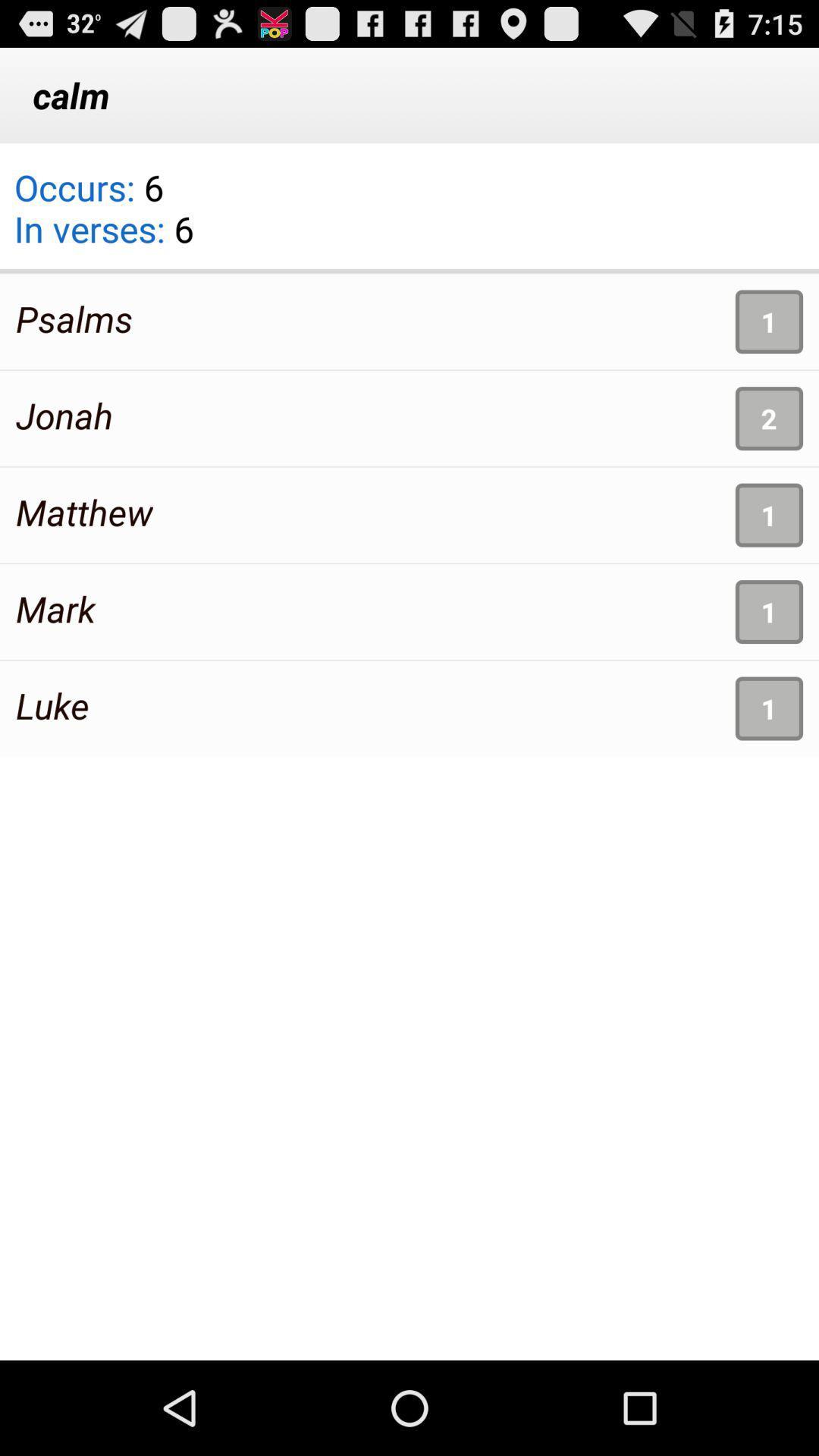 The height and width of the screenshot is (1456, 819). I want to click on the icon to the left of the 1, so click(74, 318).